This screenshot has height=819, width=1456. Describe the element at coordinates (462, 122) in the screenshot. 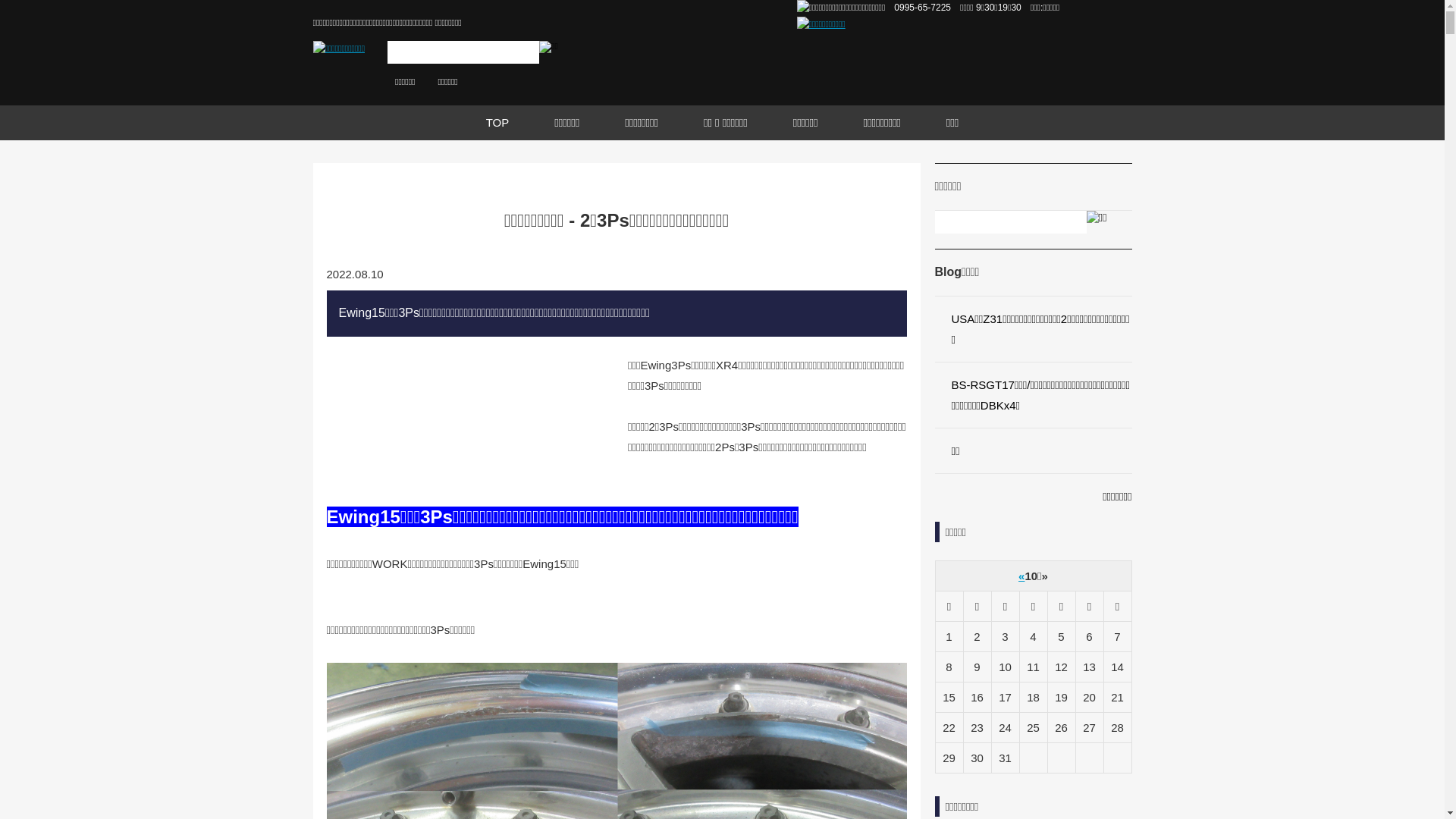

I see `'TOP'` at that location.